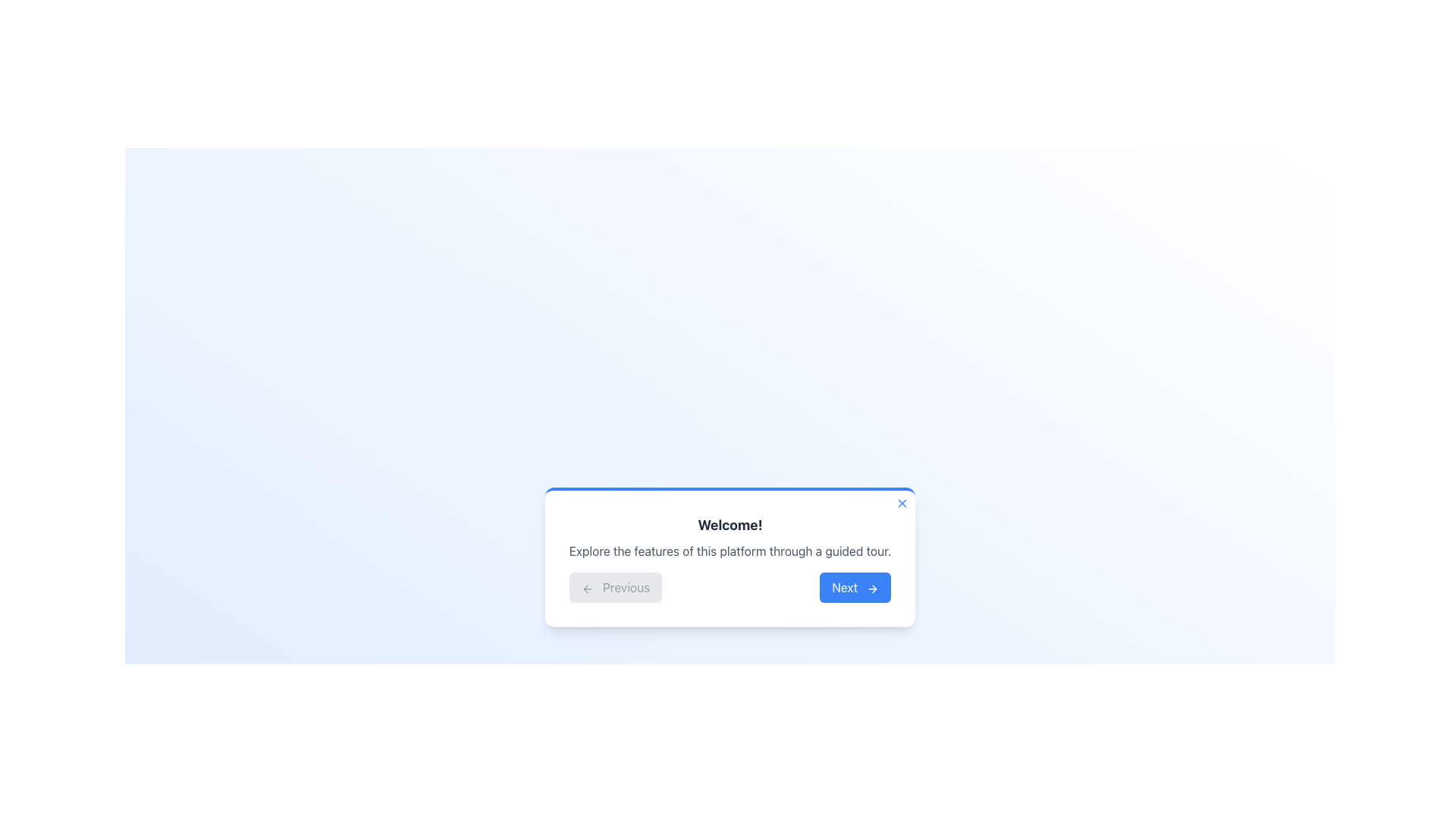 The height and width of the screenshot is (819, 1456). Describe the element at coordinates (874, 588) in the screenshot. I see `the rightward-pointing arrow icon located within the blue 'Next' button at the bottom-right side of the dialog` at that location.